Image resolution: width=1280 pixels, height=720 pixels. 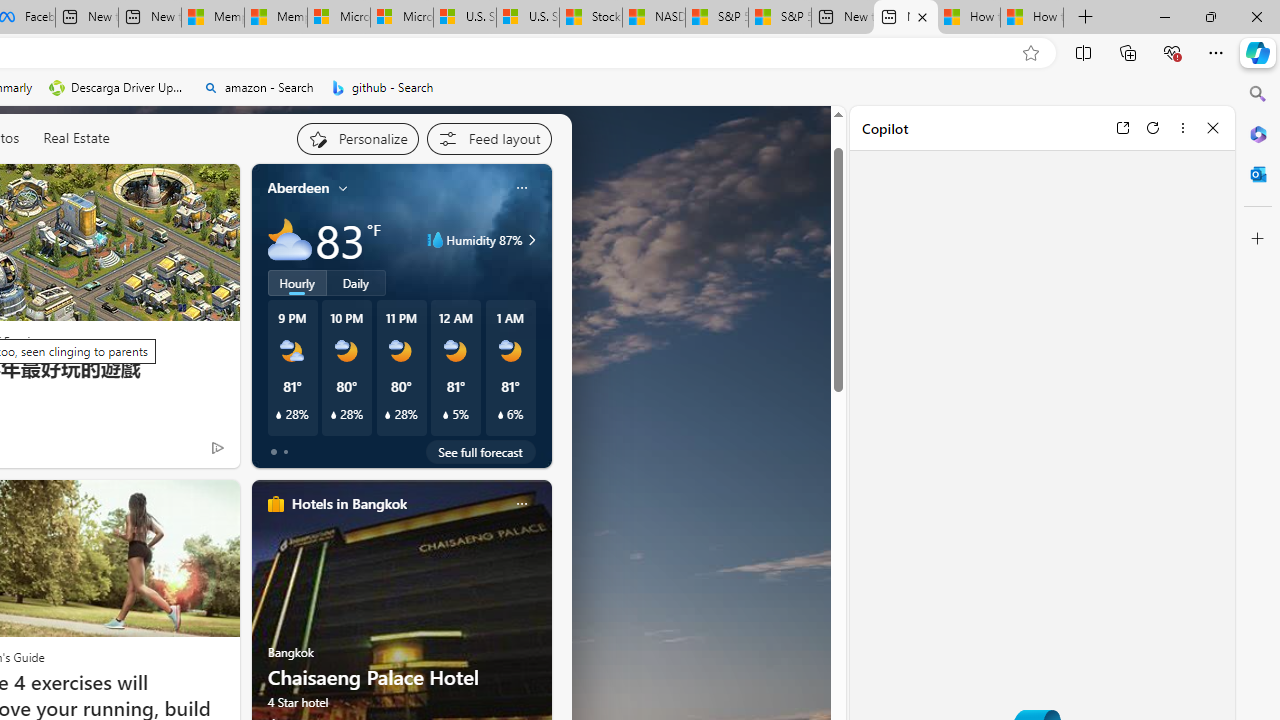 What do you see at coordinates (382, 87) in the screenshot?
I see `'github - Search'` at bounding box center [382, 87].